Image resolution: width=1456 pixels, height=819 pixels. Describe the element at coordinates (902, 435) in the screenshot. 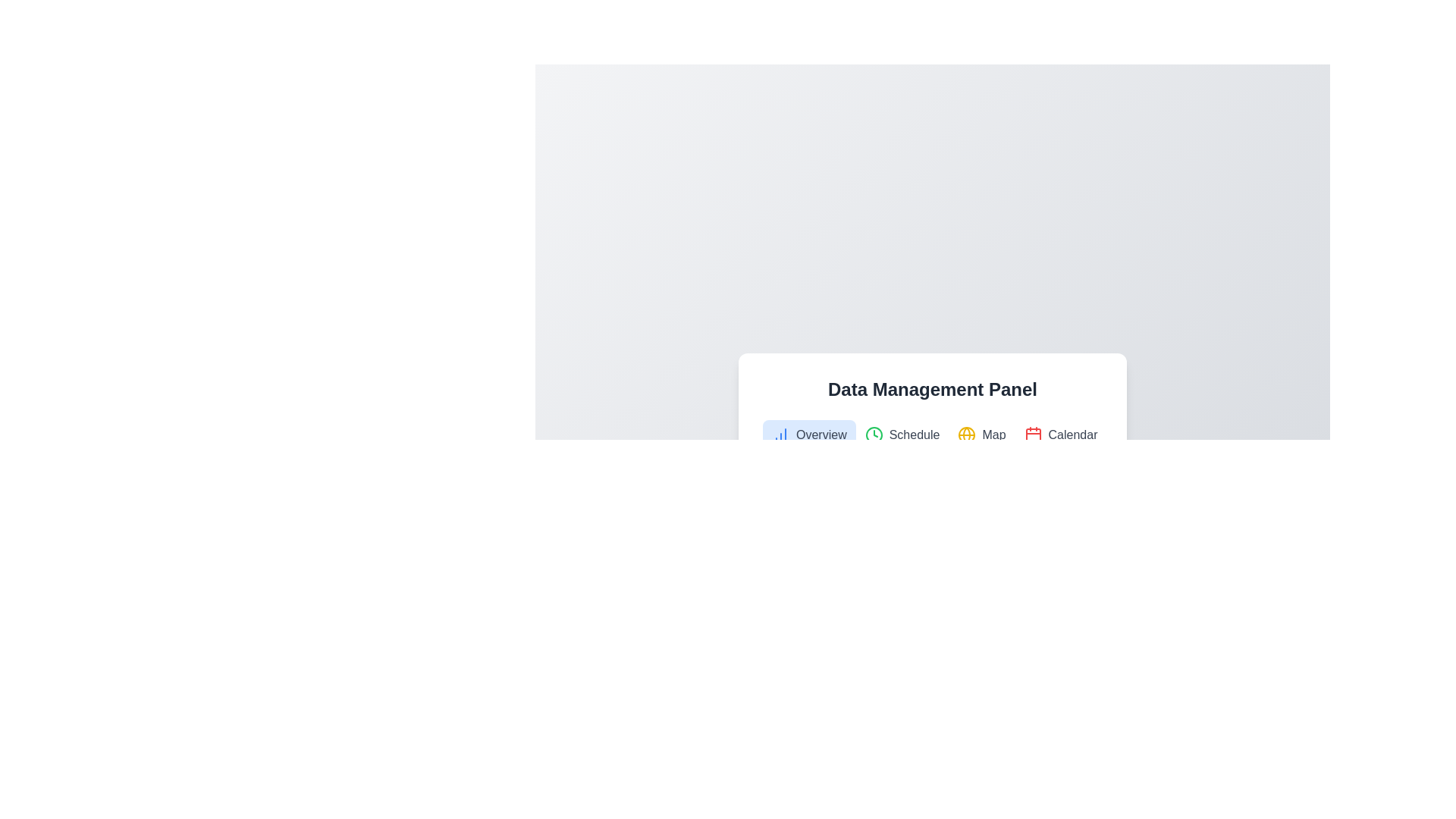

I see `the 'Schedule' button, which features a green stylized clock icon and is located between the 'Overview' and 'Map' elements in the horizontal navigation menu` at that location.